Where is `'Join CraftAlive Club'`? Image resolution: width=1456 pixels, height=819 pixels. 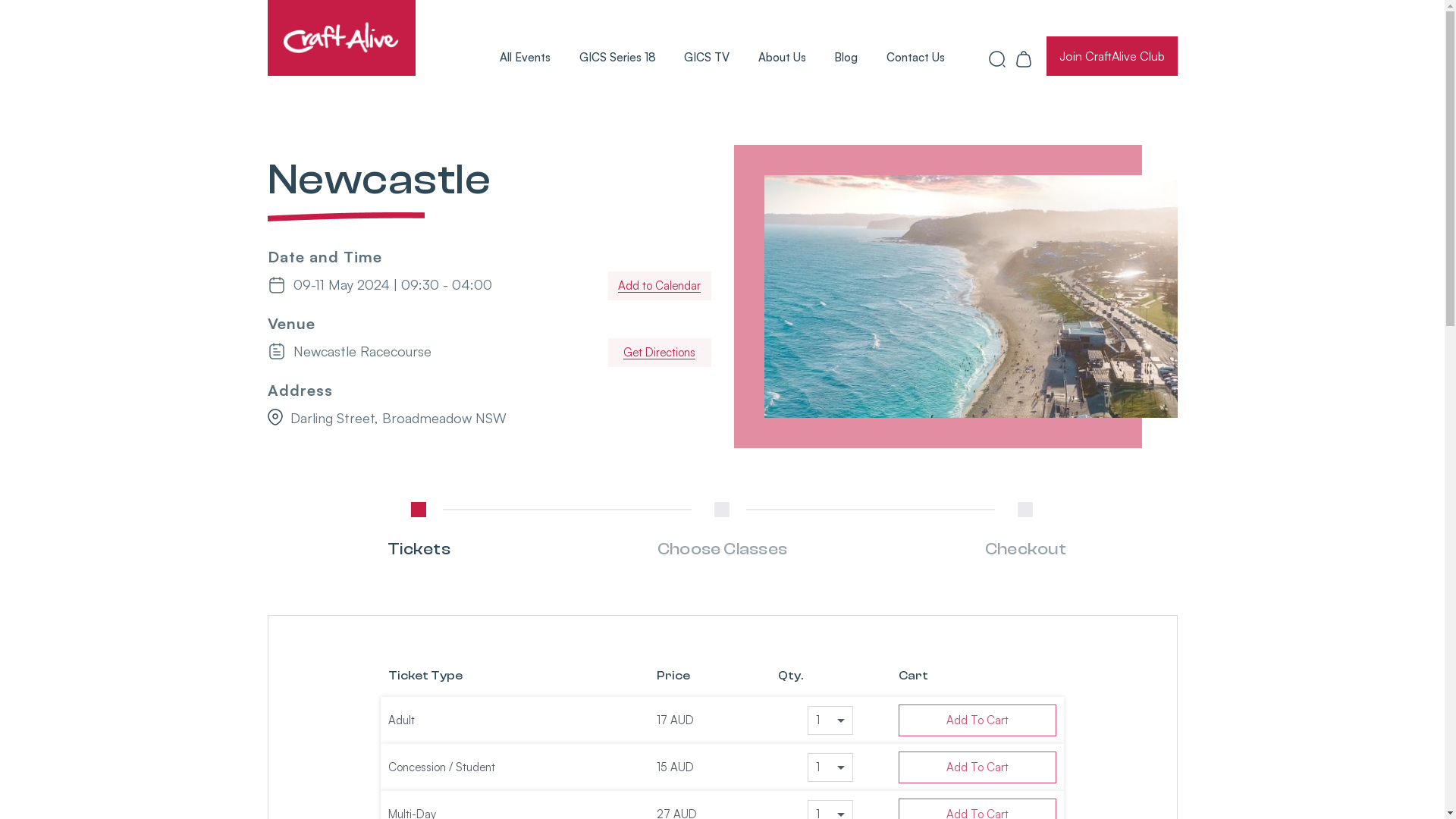 'Join CraftAlive Club' is located at coordinates (1112, 55).